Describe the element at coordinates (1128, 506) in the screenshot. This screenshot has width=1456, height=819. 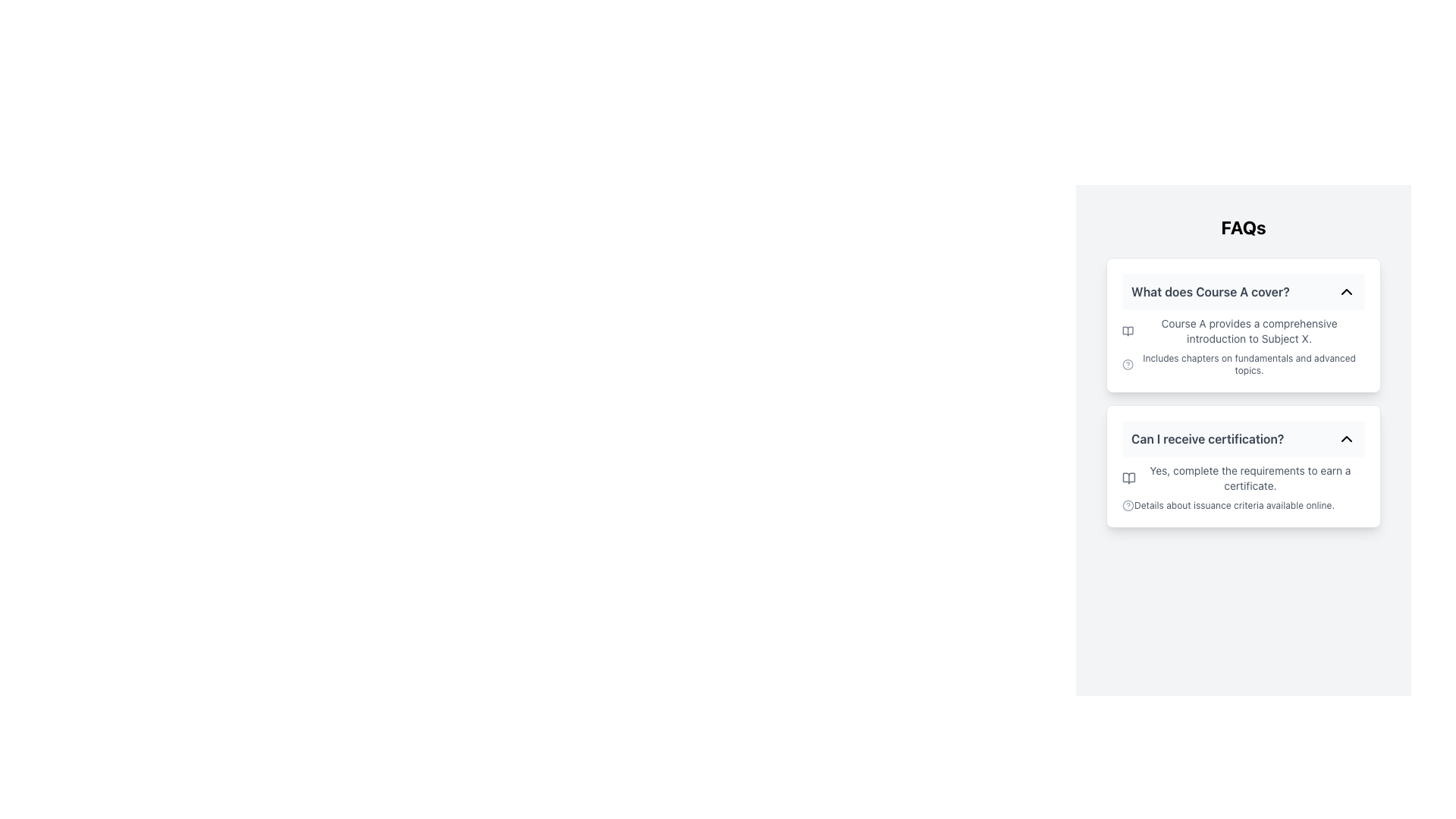
I see `the information icon located to the left of the text 'Details about issuance criteria available online' in the 'Can I receive certification?' FAQ entry for detailed information` at that location.